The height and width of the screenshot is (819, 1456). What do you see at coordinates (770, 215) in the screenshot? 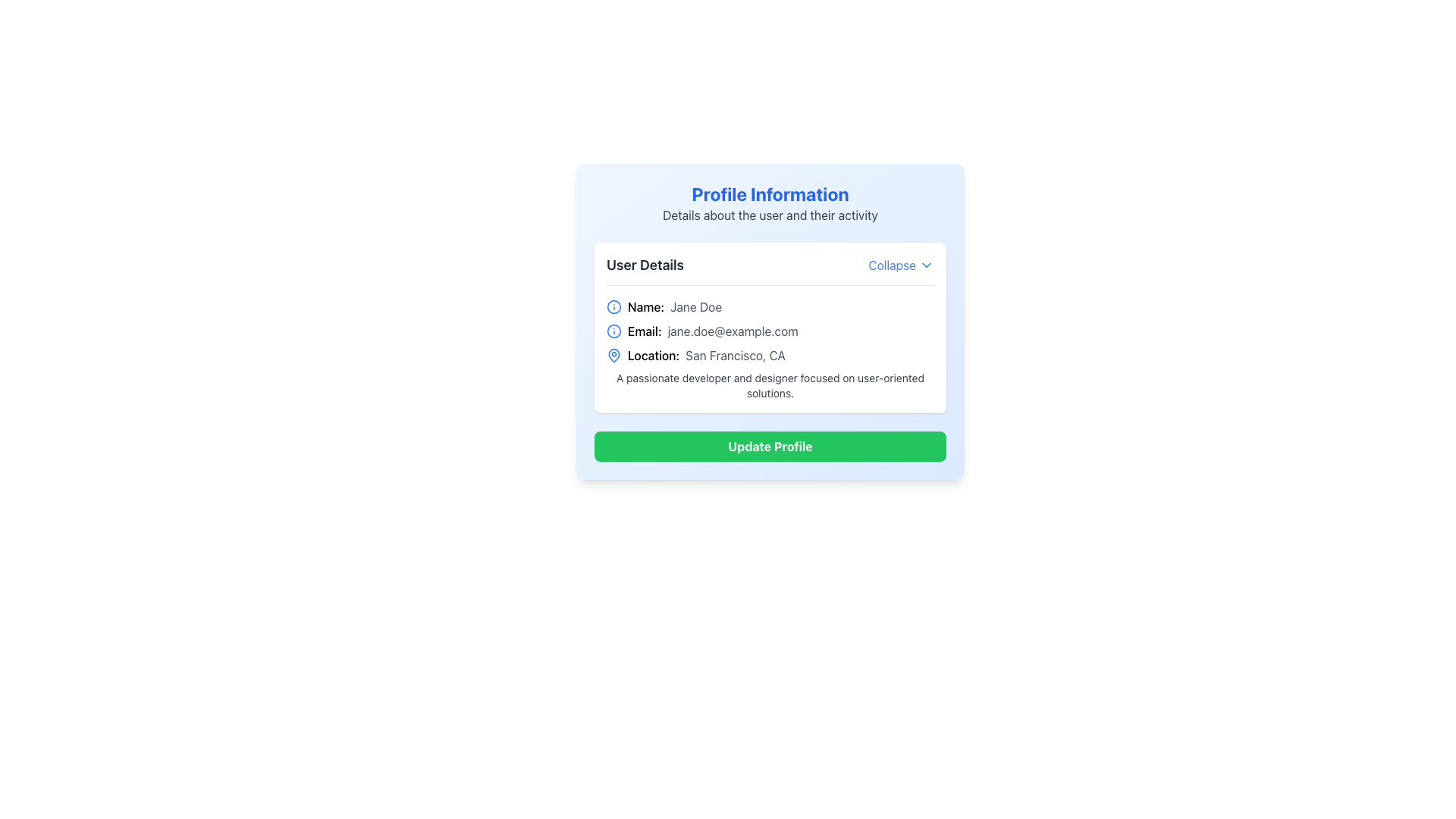
I see `the text element that reads 'Details about the user and their activity', which is positioned below the 'Profile Information' title and above the 'User Details' section` at bounding box center [770, 215].